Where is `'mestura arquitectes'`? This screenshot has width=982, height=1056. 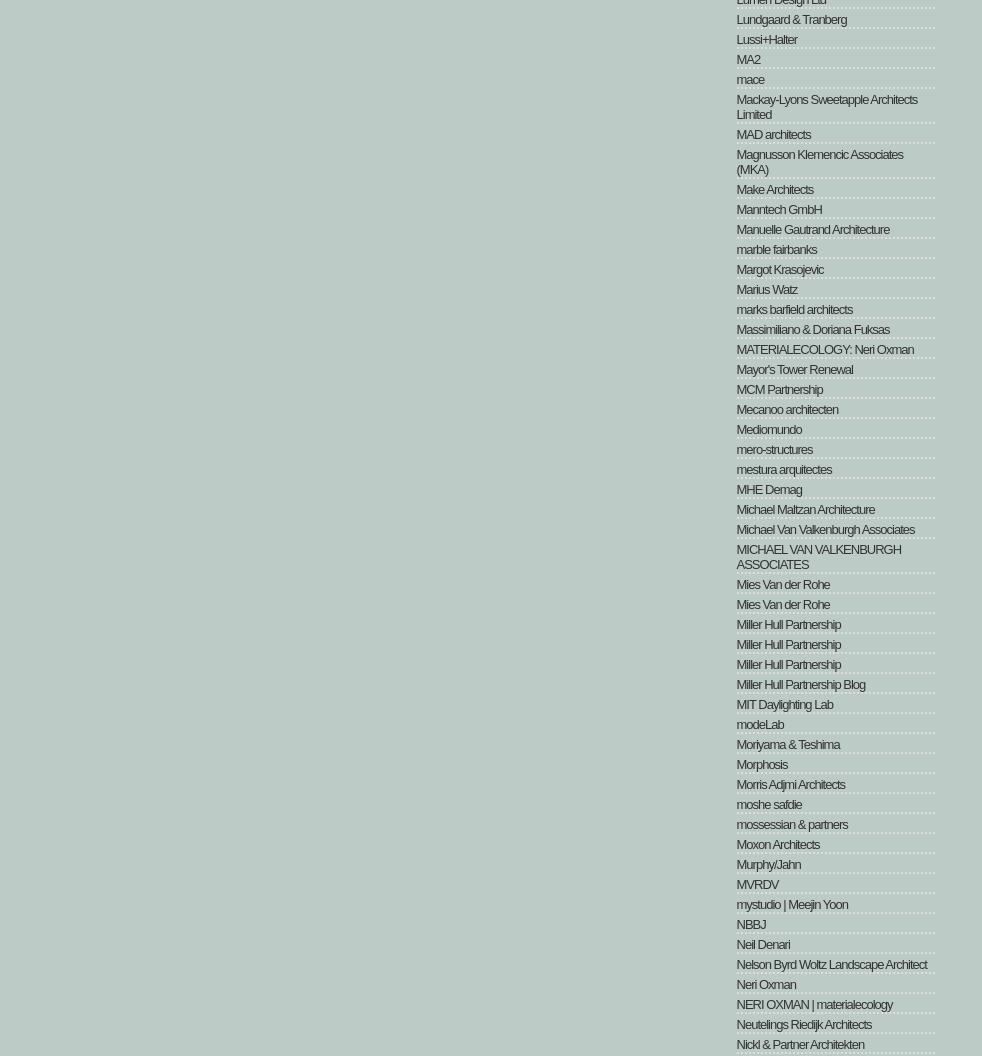
'mestura arquitectes' is located at coordinates (735, 468).